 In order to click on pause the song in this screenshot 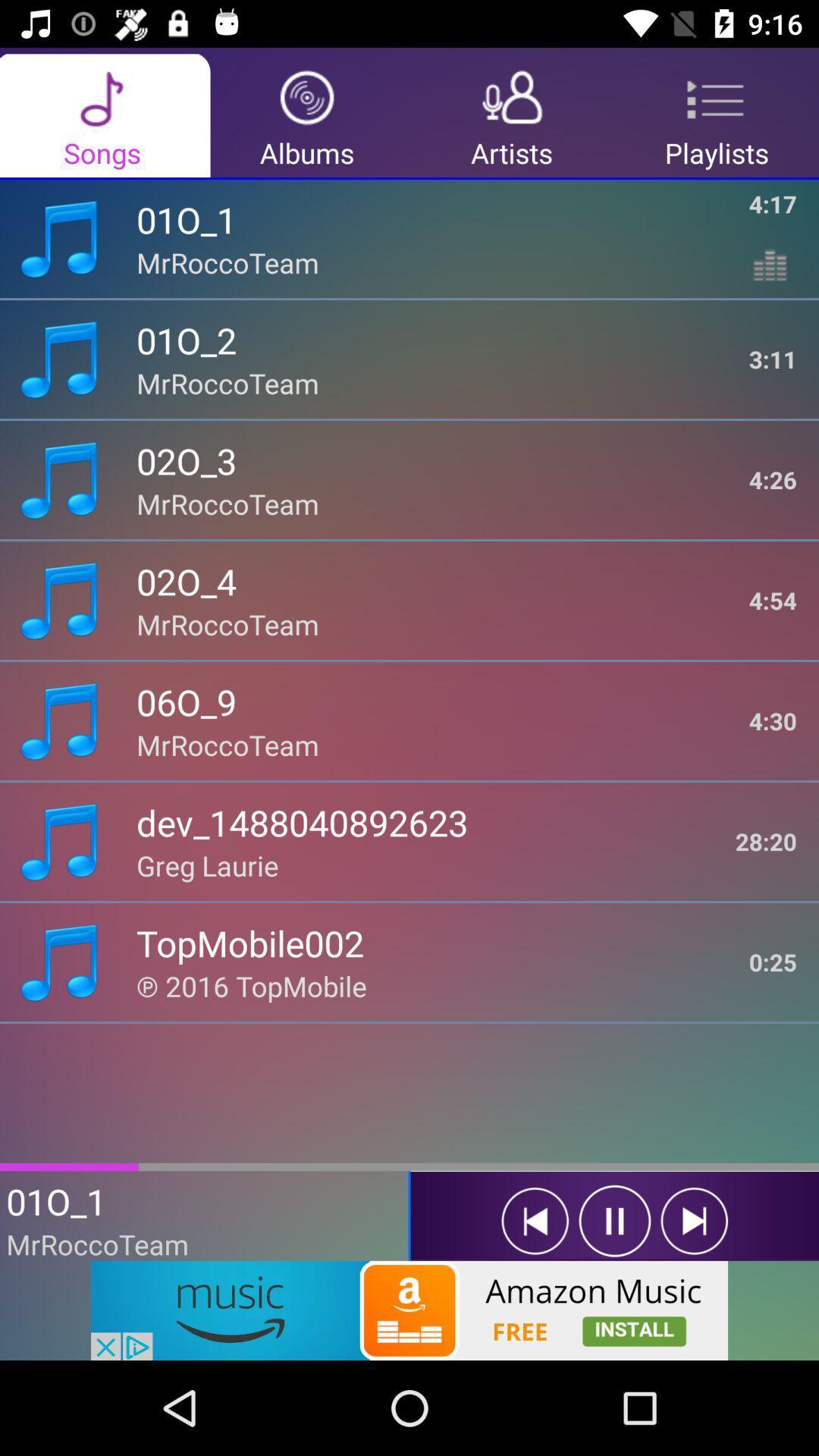, I will do `click(614, 1221)`.